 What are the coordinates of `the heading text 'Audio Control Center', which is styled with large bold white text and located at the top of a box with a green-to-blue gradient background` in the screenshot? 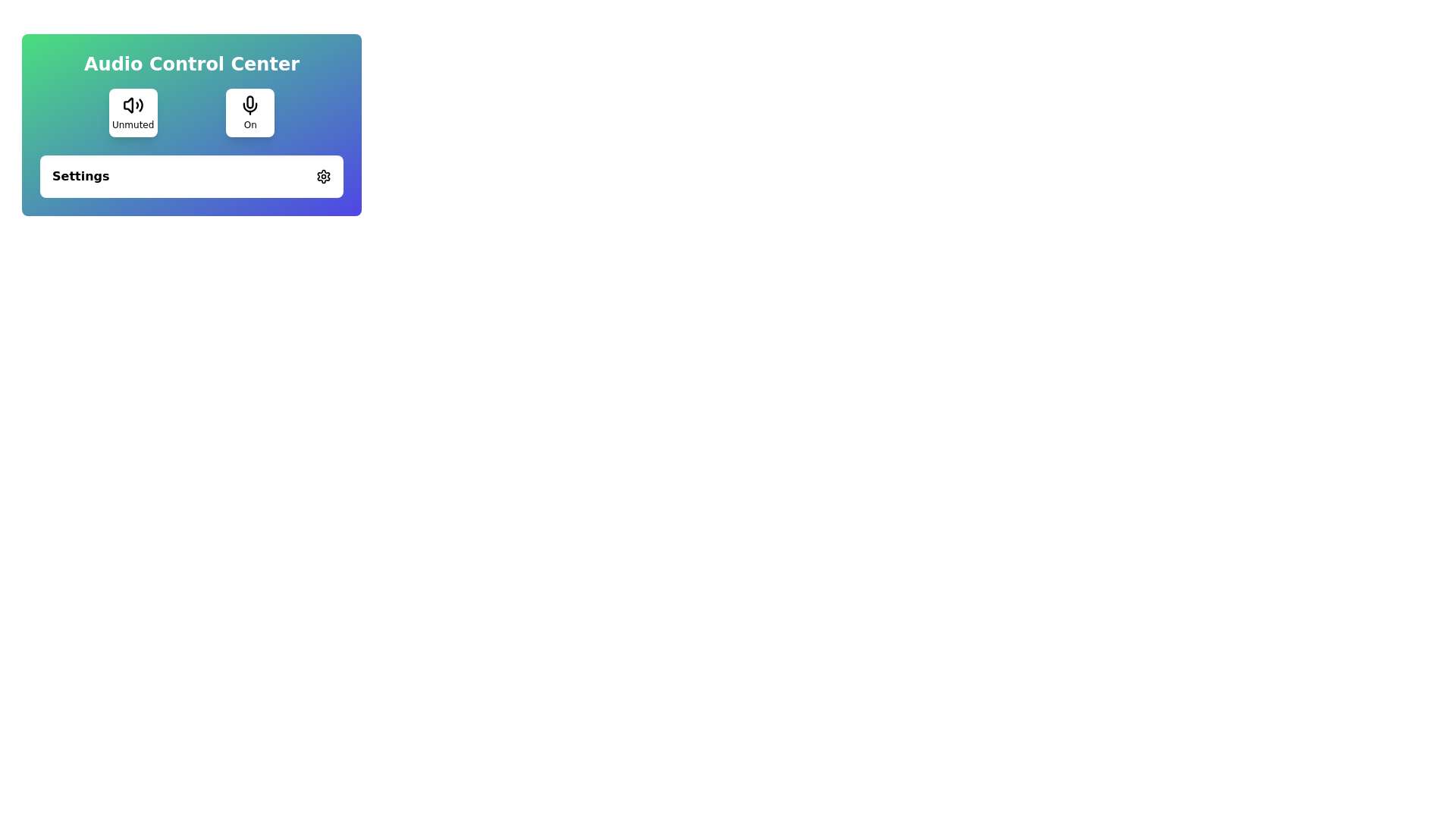 It's located at (191, 63).